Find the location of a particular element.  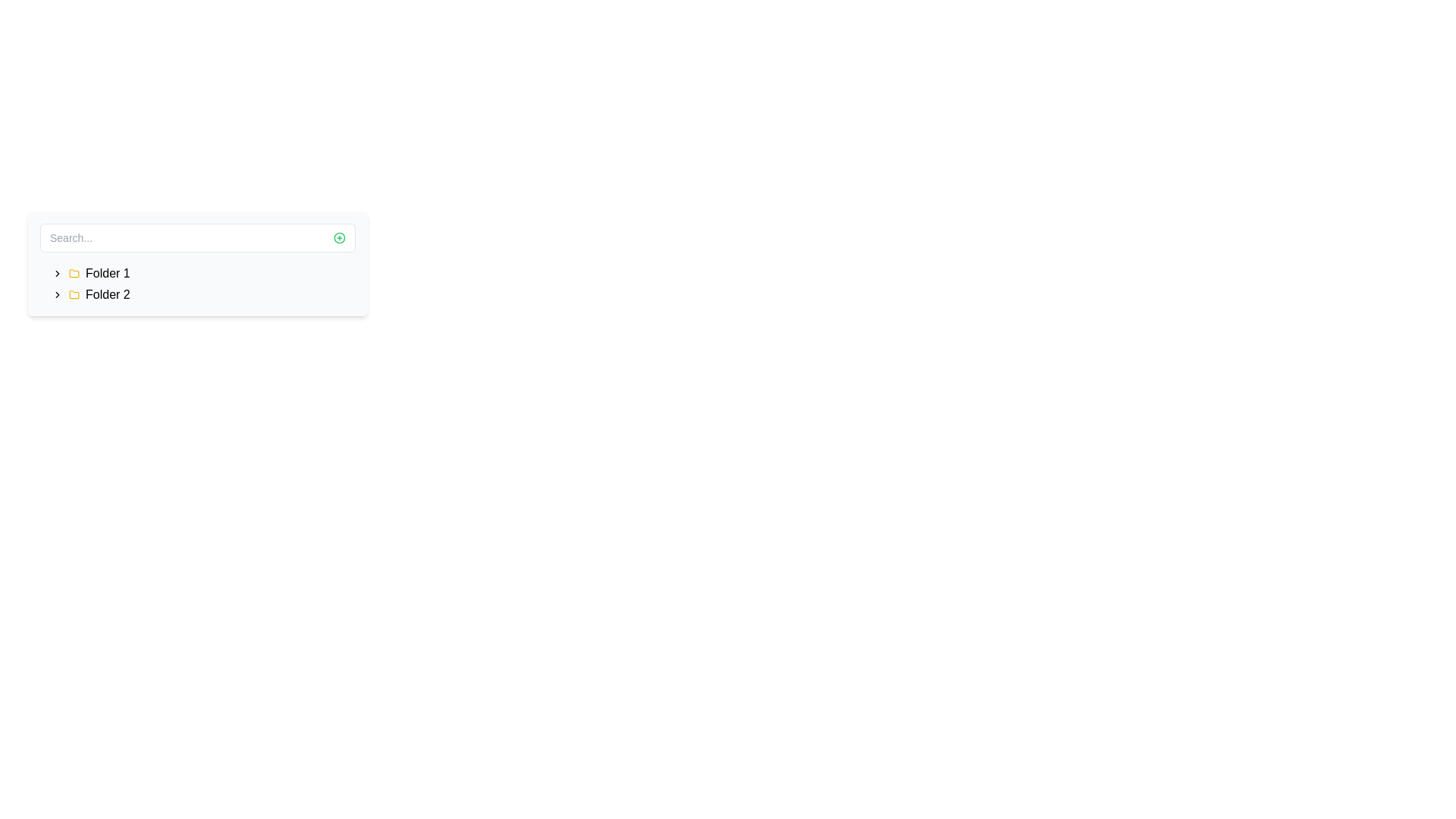

the button is located at coordinates (58, 295).